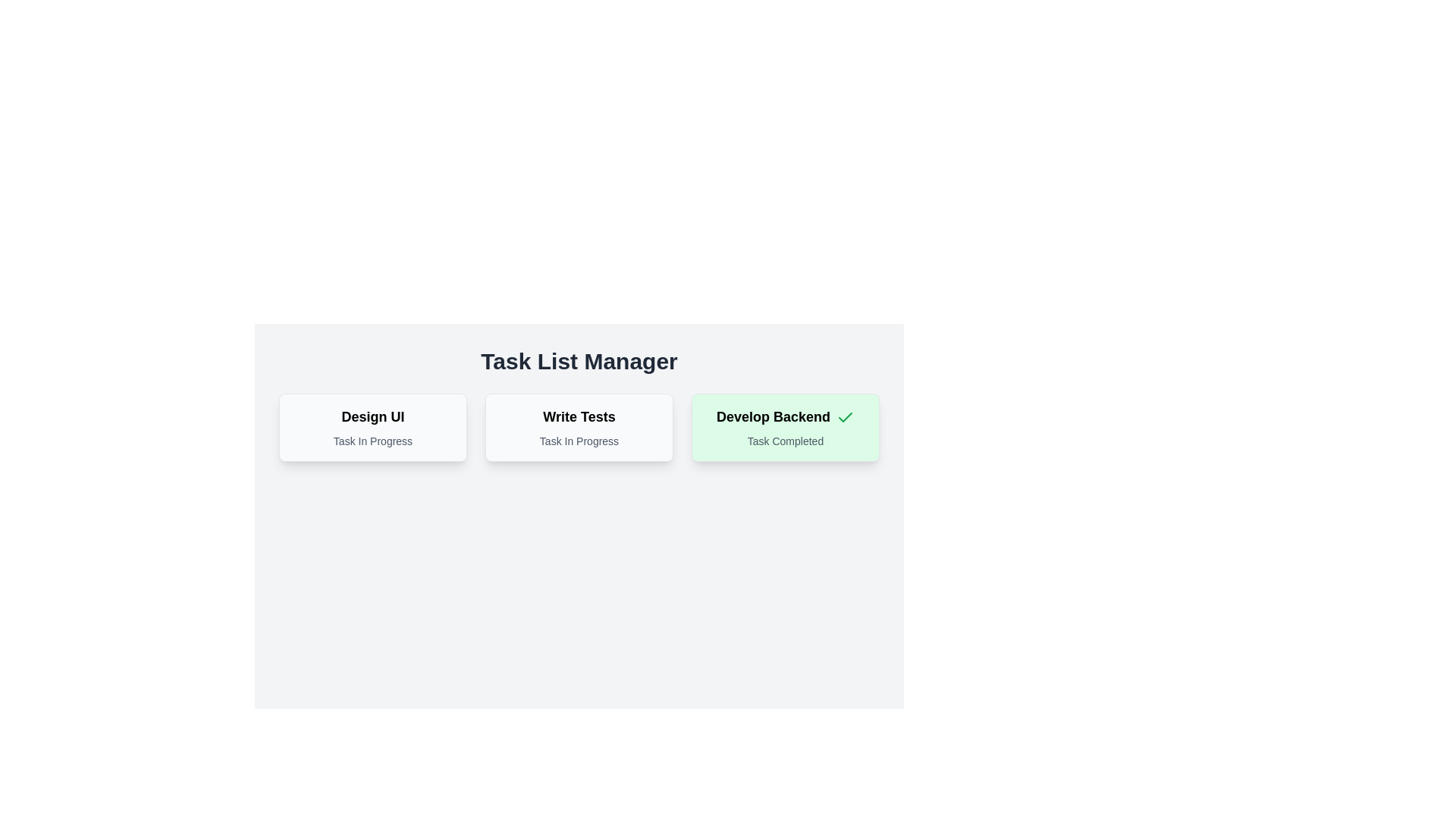  Describe the element at coordinates (372, 441) in the screenshot. I see `status text label indicating the current state of the 'Design UI' task, which shows 'In Progress'` at that location.